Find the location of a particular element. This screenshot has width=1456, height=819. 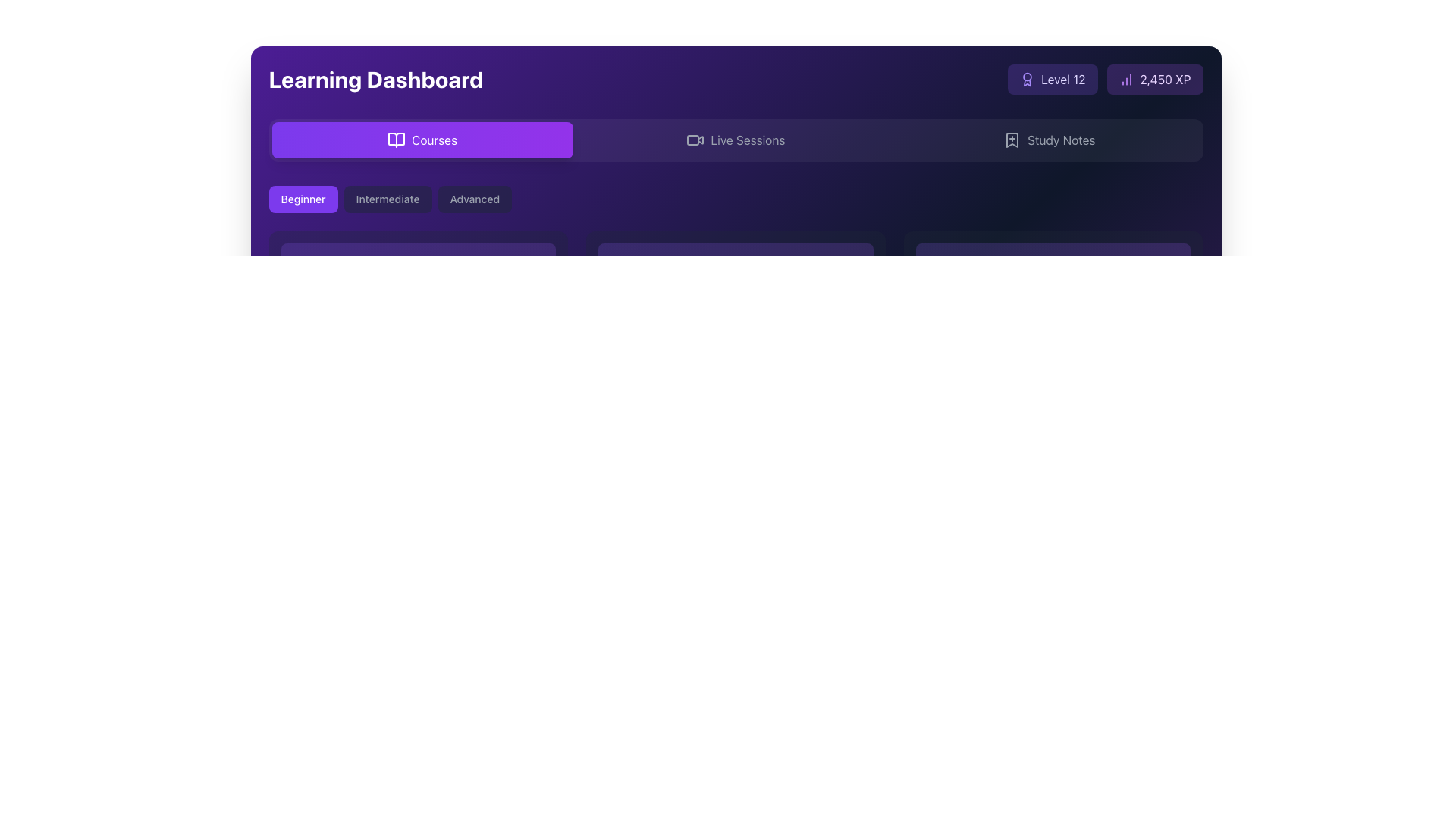

the 'Courses' button, which is a vibrant gradient button with a book icon on its left is located at coordinates (422, 140).